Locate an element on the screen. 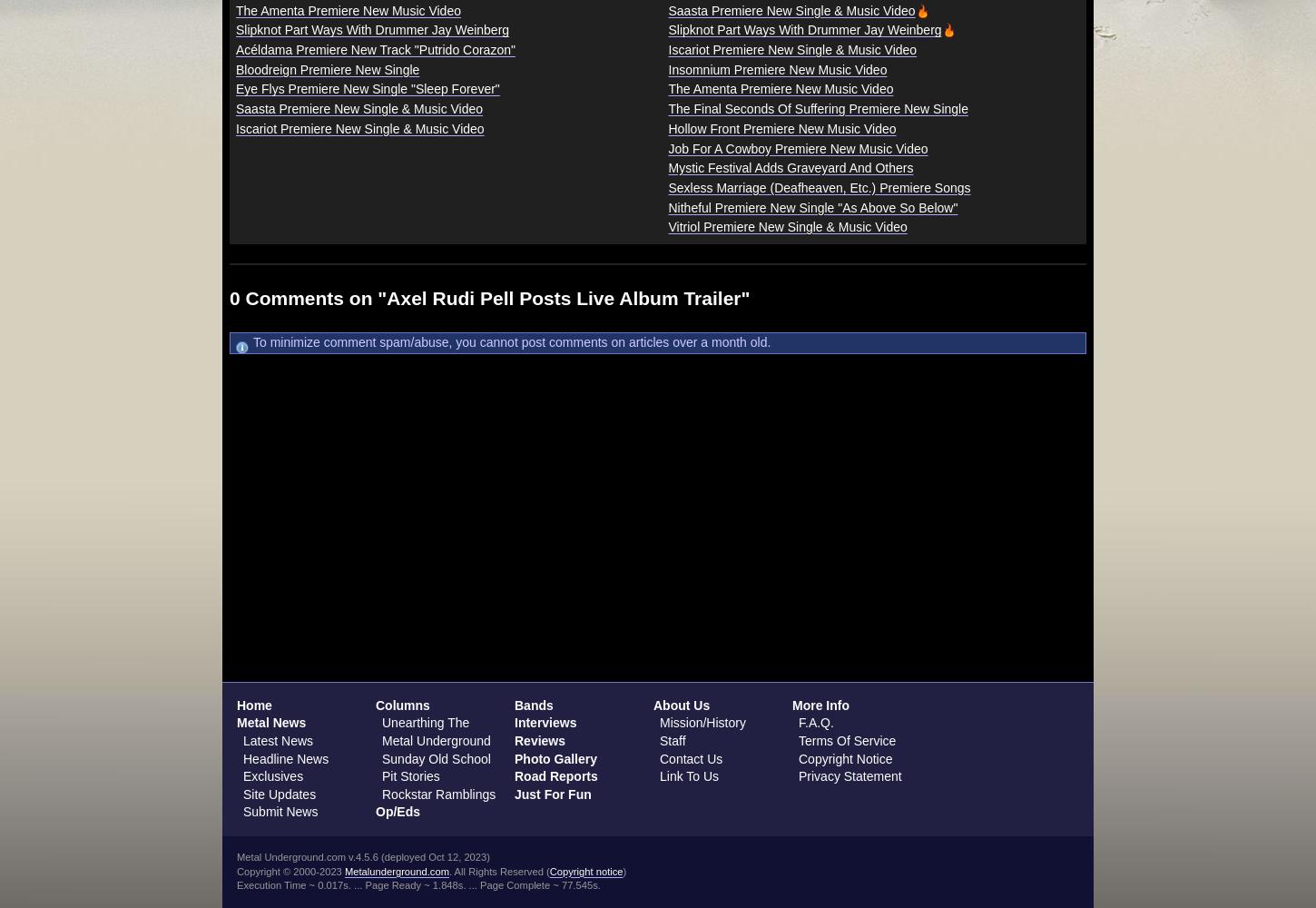  'Eye Flys Premiere New Single "Sleep Forever"' is located at coordinates (235, 88).